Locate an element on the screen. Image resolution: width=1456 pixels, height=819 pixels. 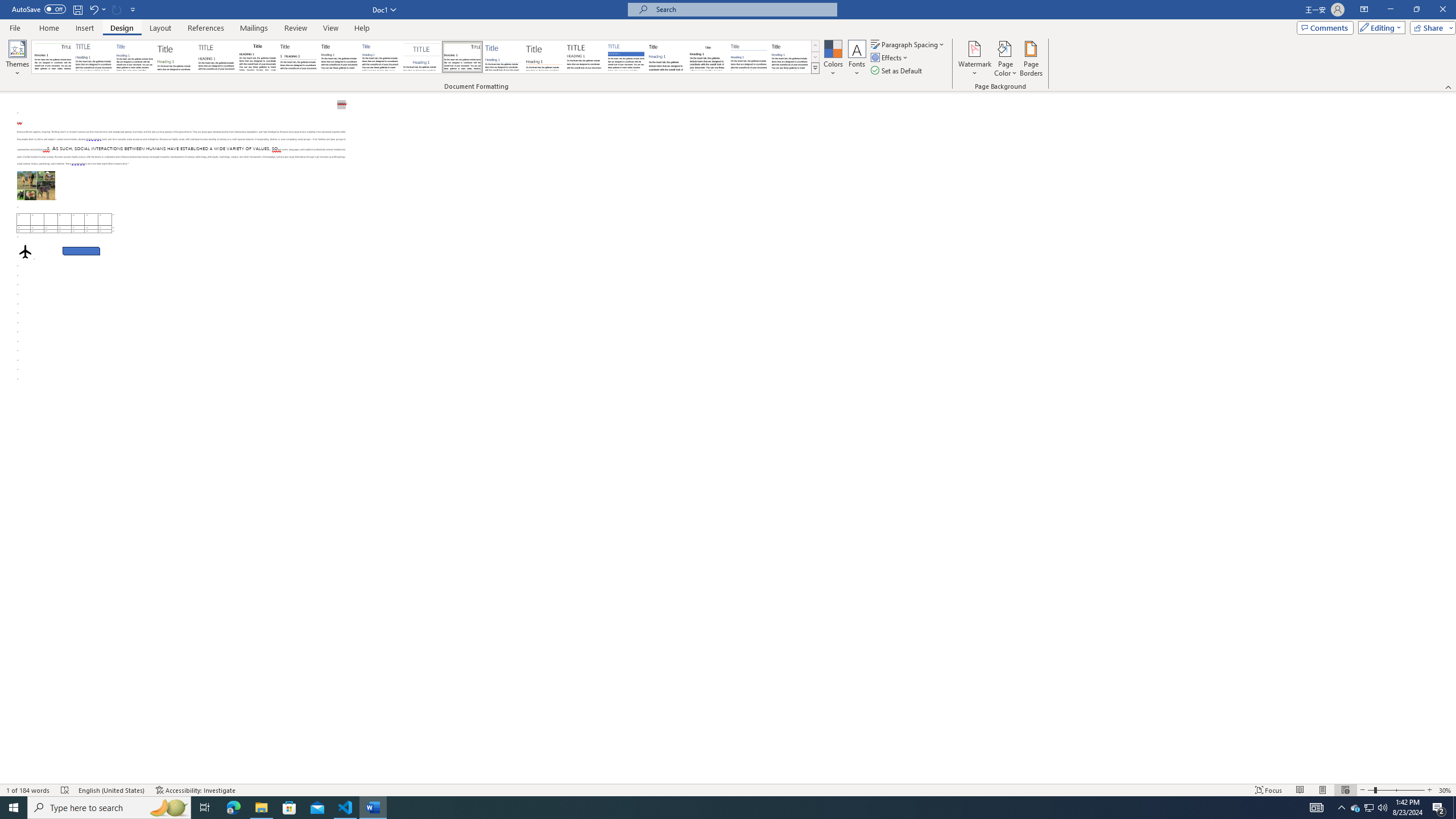
'Style Set' is located at coordinates (814, 67).